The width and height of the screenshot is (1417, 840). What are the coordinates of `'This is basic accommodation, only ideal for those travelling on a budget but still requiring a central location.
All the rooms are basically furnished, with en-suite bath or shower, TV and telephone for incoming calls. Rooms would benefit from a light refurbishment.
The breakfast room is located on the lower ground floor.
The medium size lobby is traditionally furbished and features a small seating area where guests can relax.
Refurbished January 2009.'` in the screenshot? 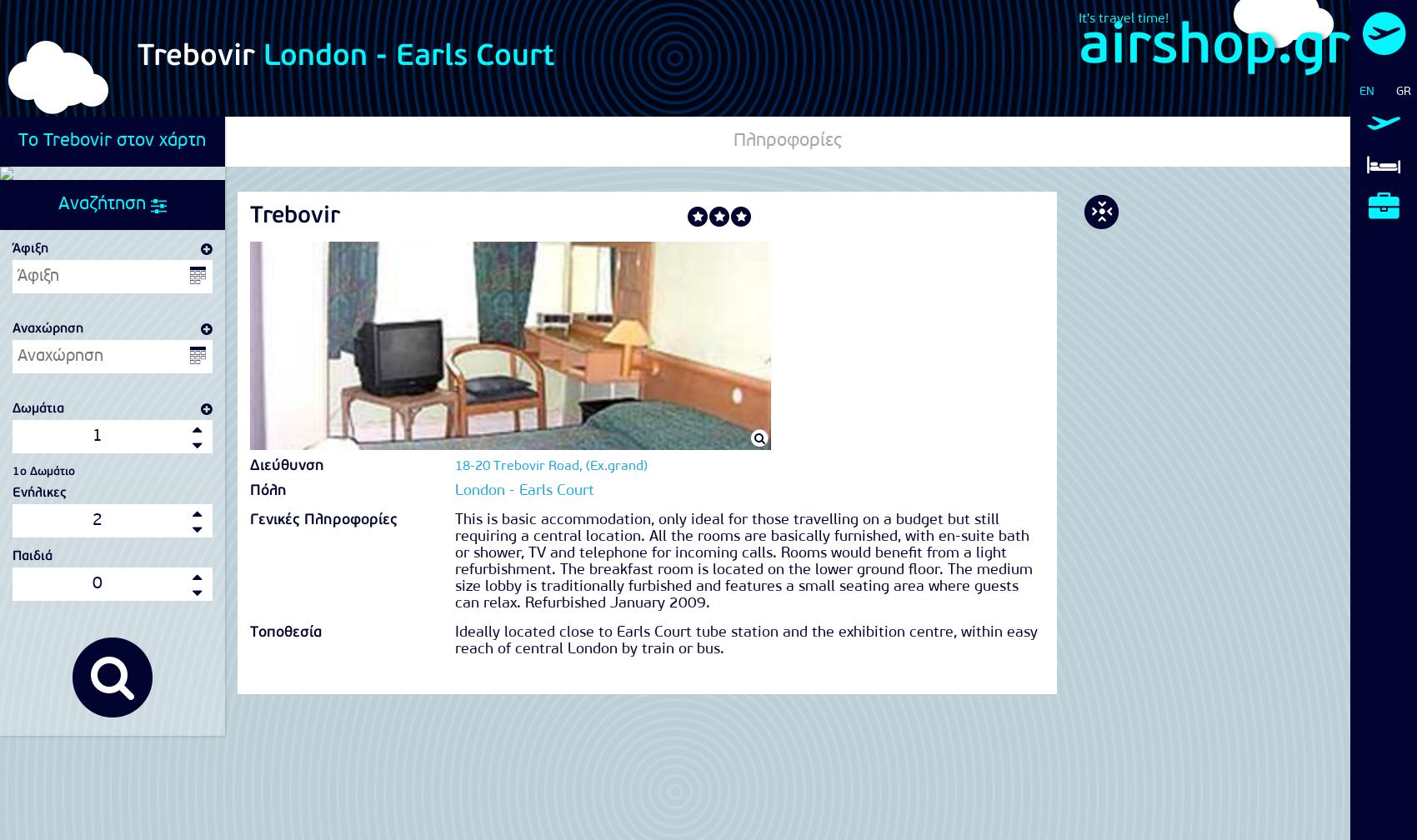 It's located at (743, 562).